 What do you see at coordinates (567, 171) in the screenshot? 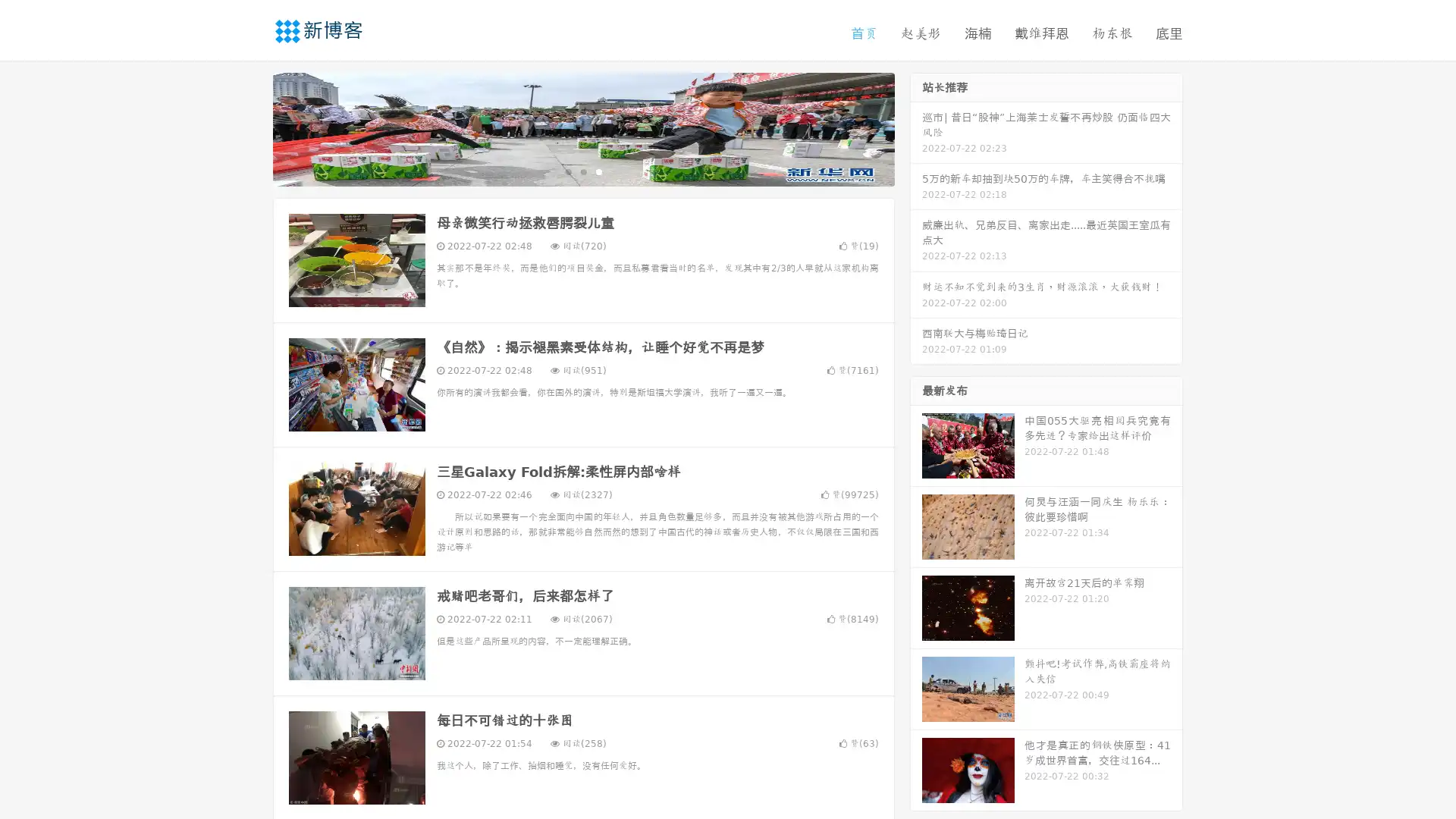
I see `Go to slide 1` at bounding box center [567, 171].